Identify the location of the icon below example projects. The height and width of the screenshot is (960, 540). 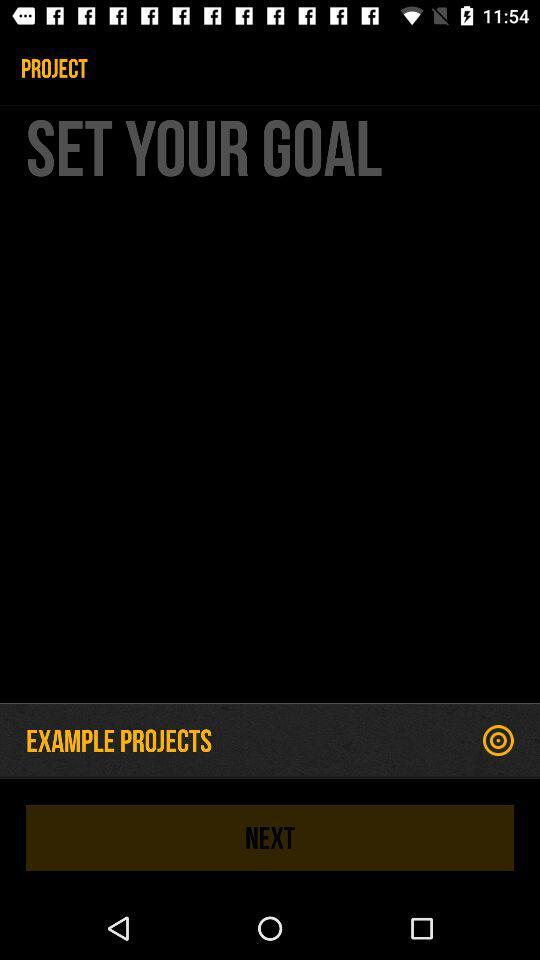
(270, 837).